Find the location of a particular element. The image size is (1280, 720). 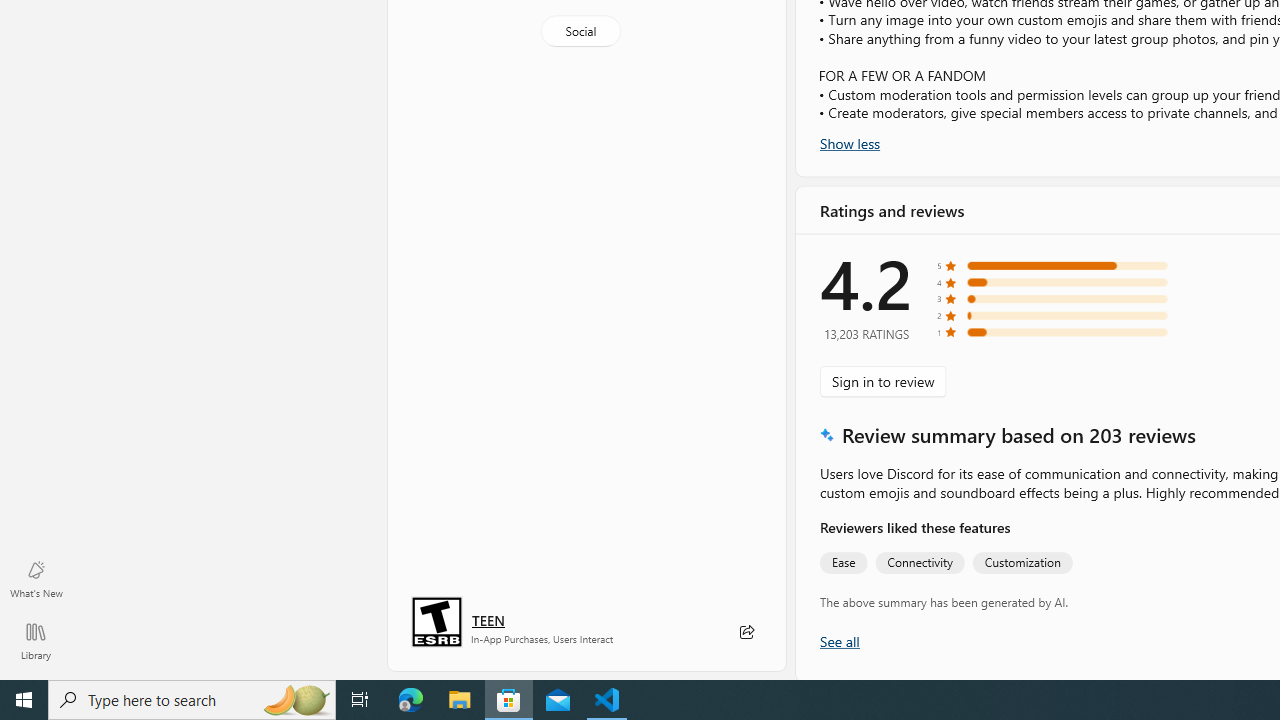

'Sign in to review' is located at coordinates (882, 380).